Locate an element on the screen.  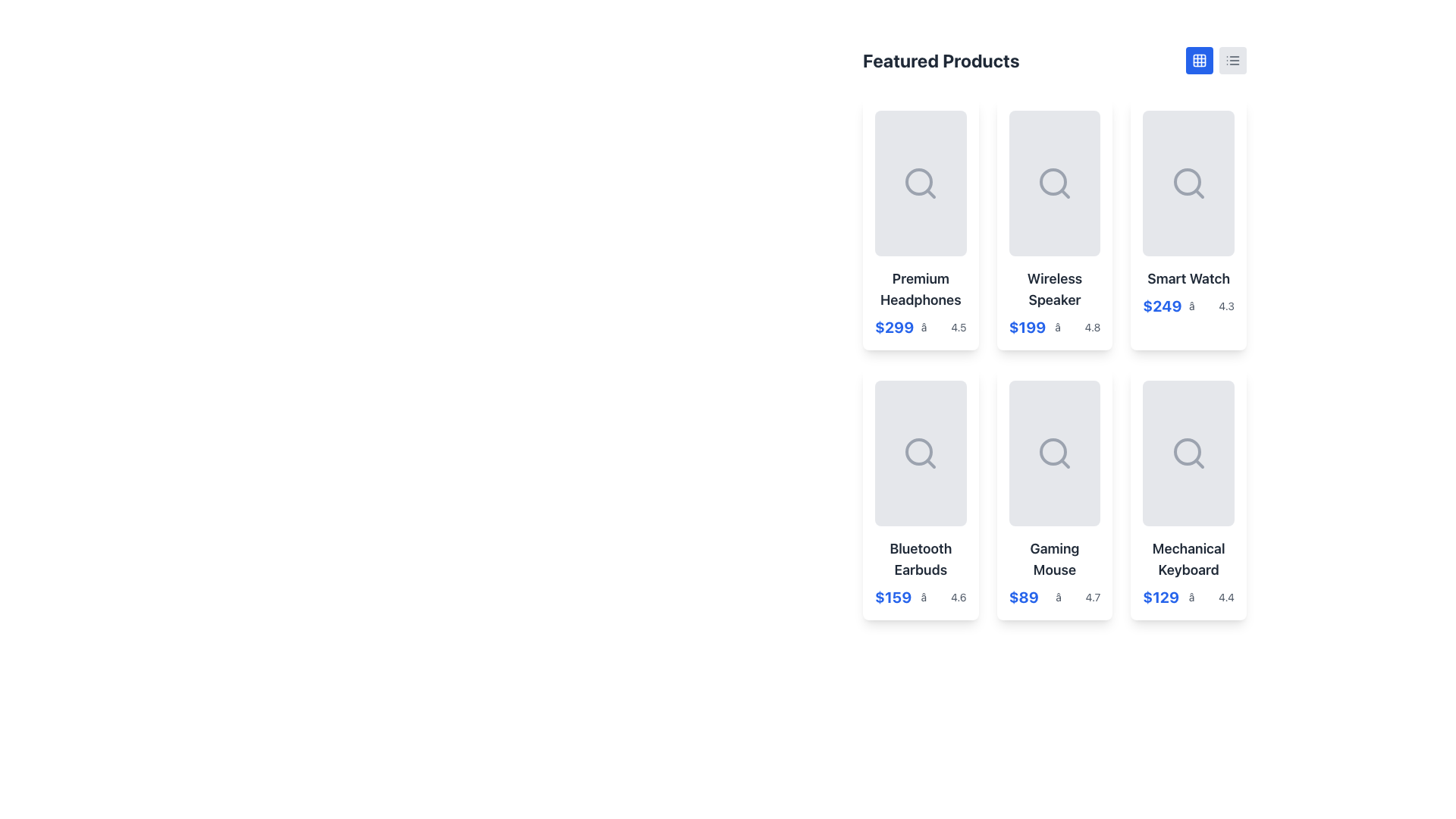
the search icon located in the second row and second column of the grid, which is positioned above the label 'Gaming Mouse' is located at coordinates (1054, 452).